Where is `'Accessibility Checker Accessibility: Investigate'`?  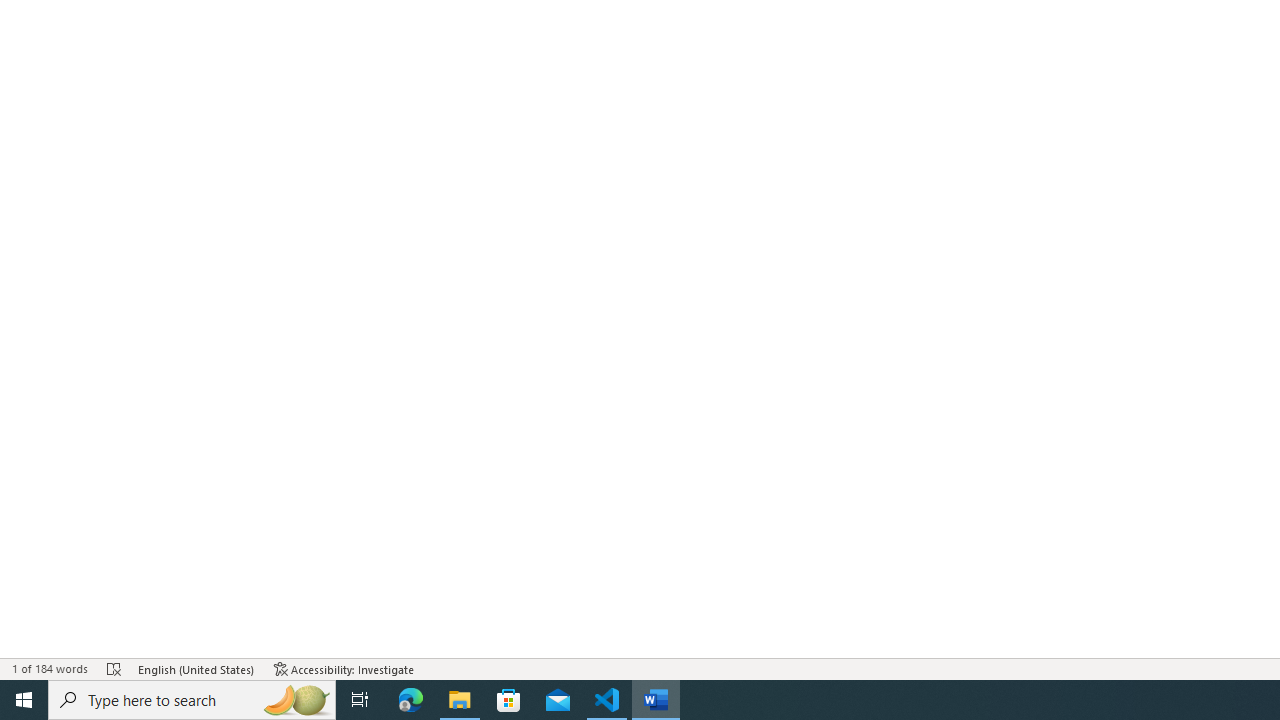
'Accessibility Checker Accessibility: Investigate' is located at coordinates (344, 669).